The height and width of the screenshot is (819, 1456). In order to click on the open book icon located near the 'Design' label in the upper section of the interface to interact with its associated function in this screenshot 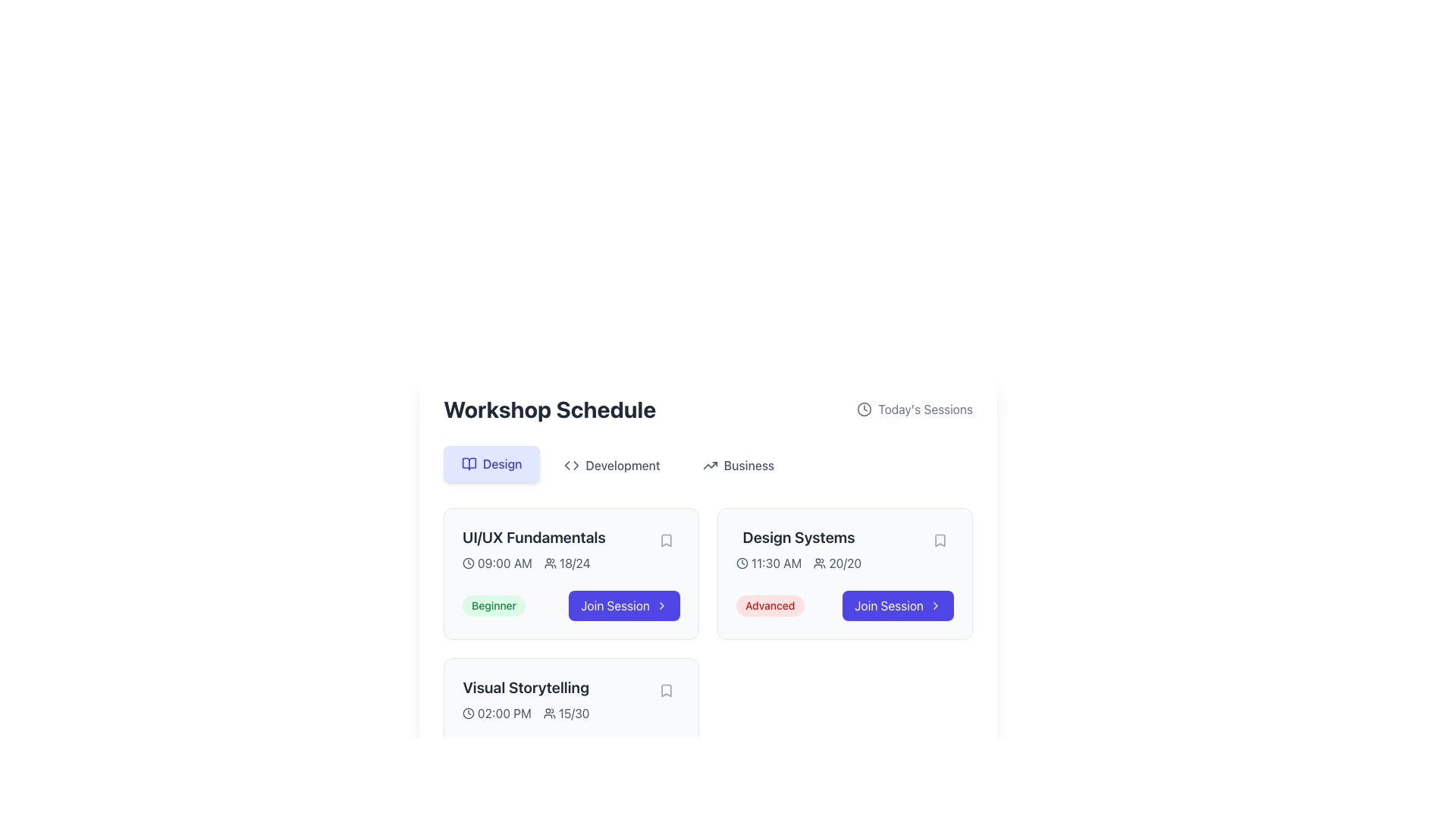, I will do `click(469, 463)`.